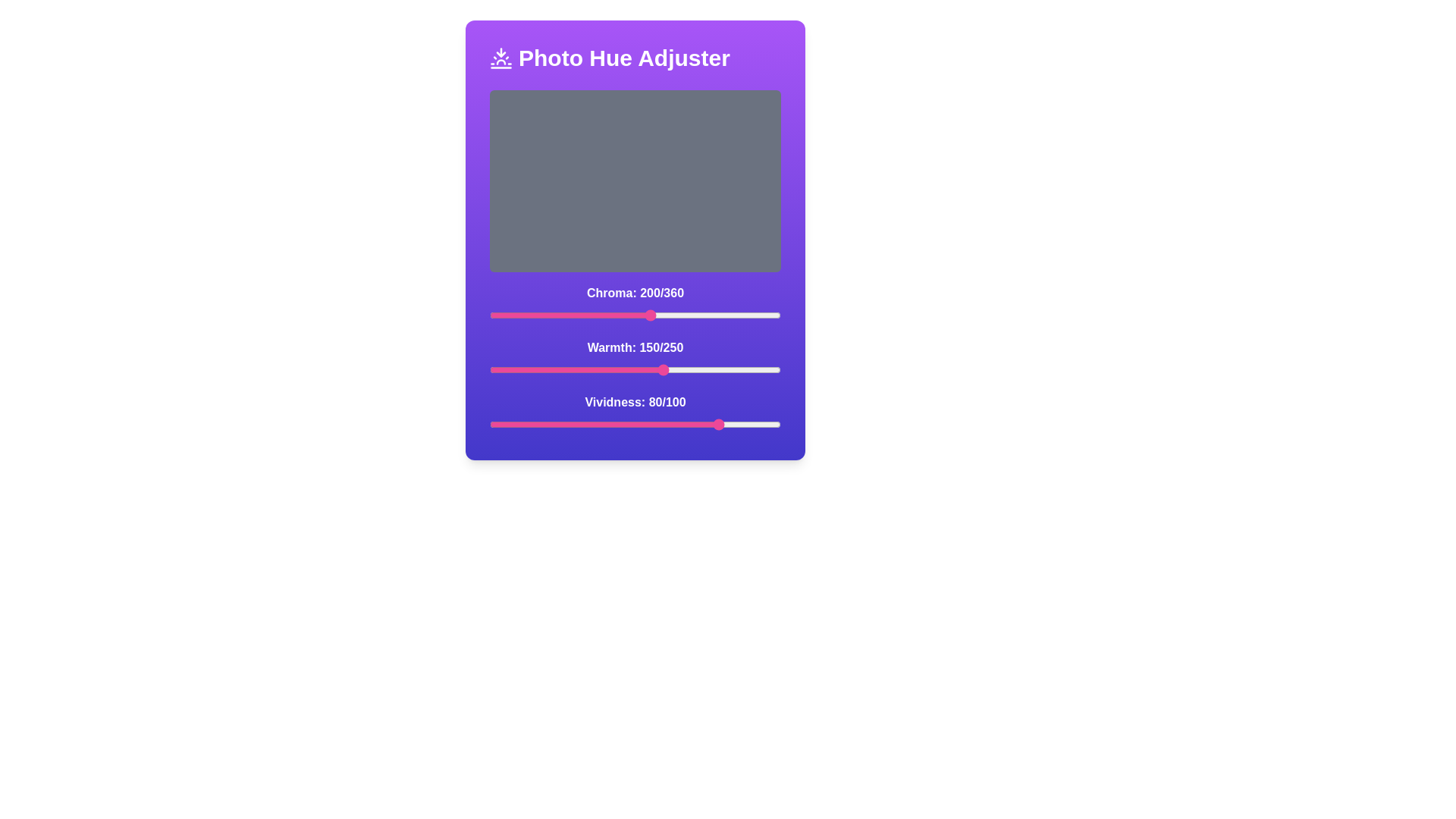 This screenshot has width=1456, height=819. I want to click on the vividness slider to 93 value, so click(761, 424).